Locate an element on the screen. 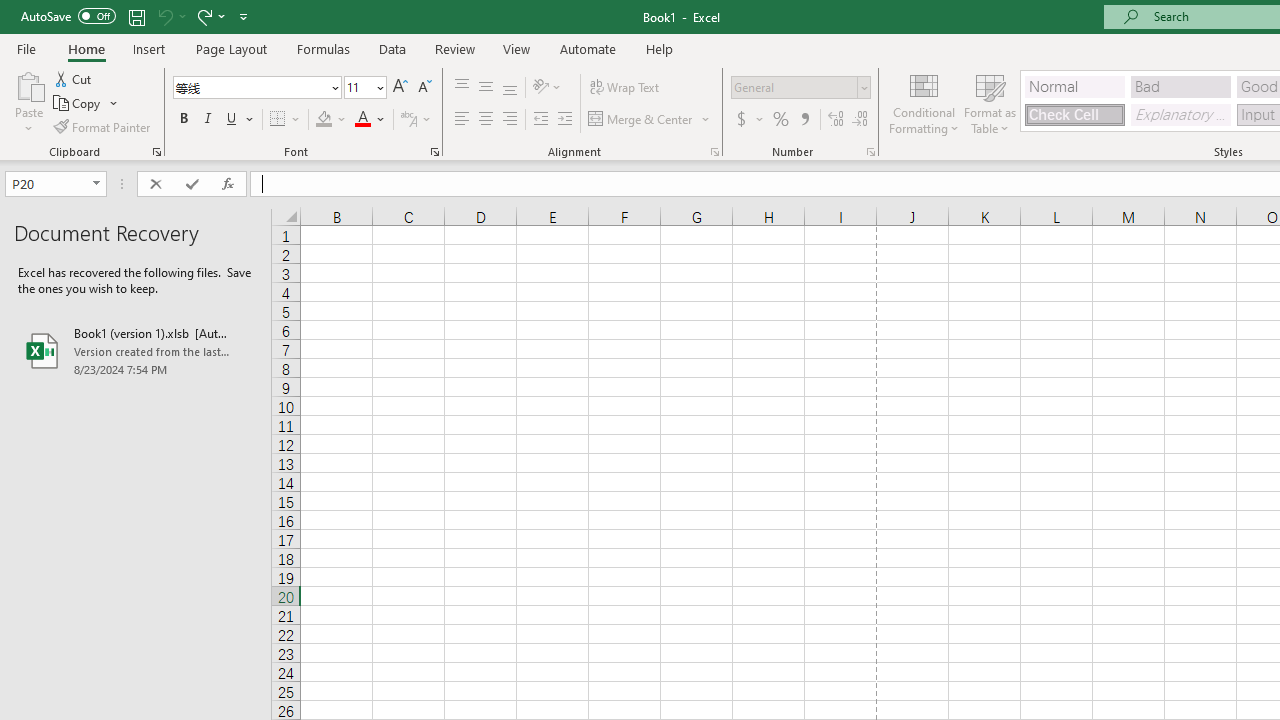  'Check Cell' is located at coordinates (1073, 114).